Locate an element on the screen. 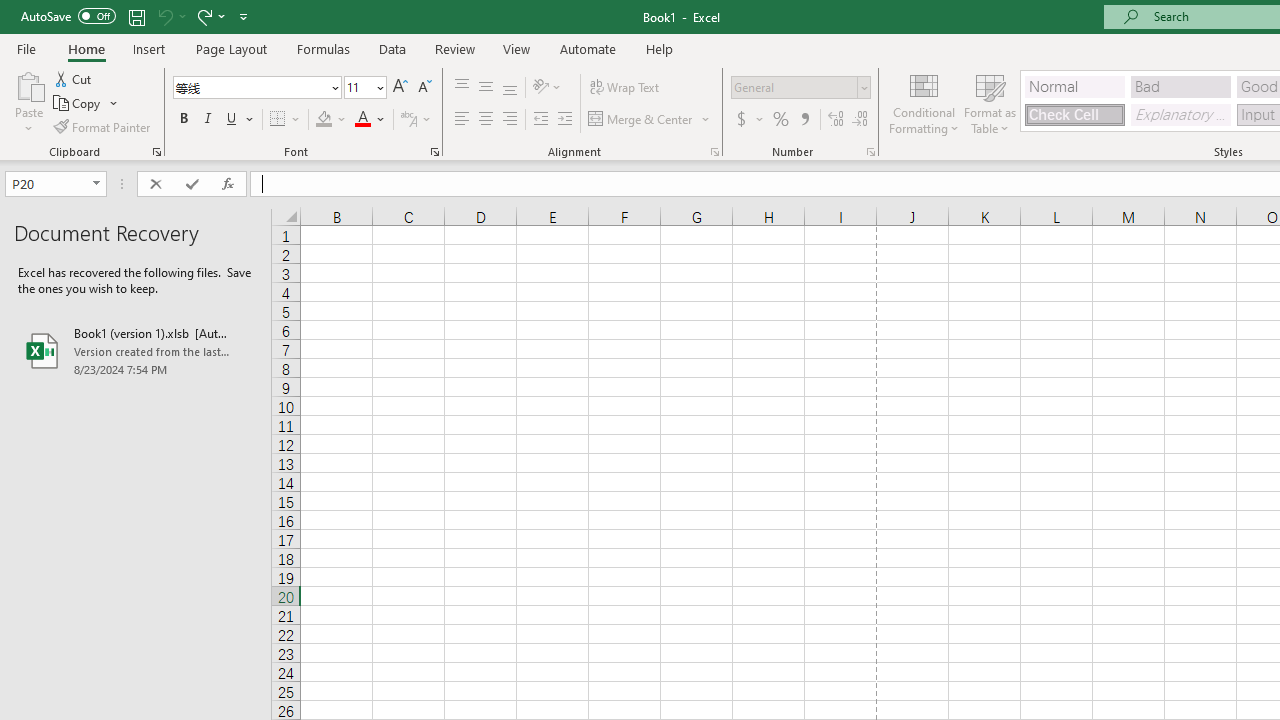  'Check Cell' is located at coordinates (1073, 114).